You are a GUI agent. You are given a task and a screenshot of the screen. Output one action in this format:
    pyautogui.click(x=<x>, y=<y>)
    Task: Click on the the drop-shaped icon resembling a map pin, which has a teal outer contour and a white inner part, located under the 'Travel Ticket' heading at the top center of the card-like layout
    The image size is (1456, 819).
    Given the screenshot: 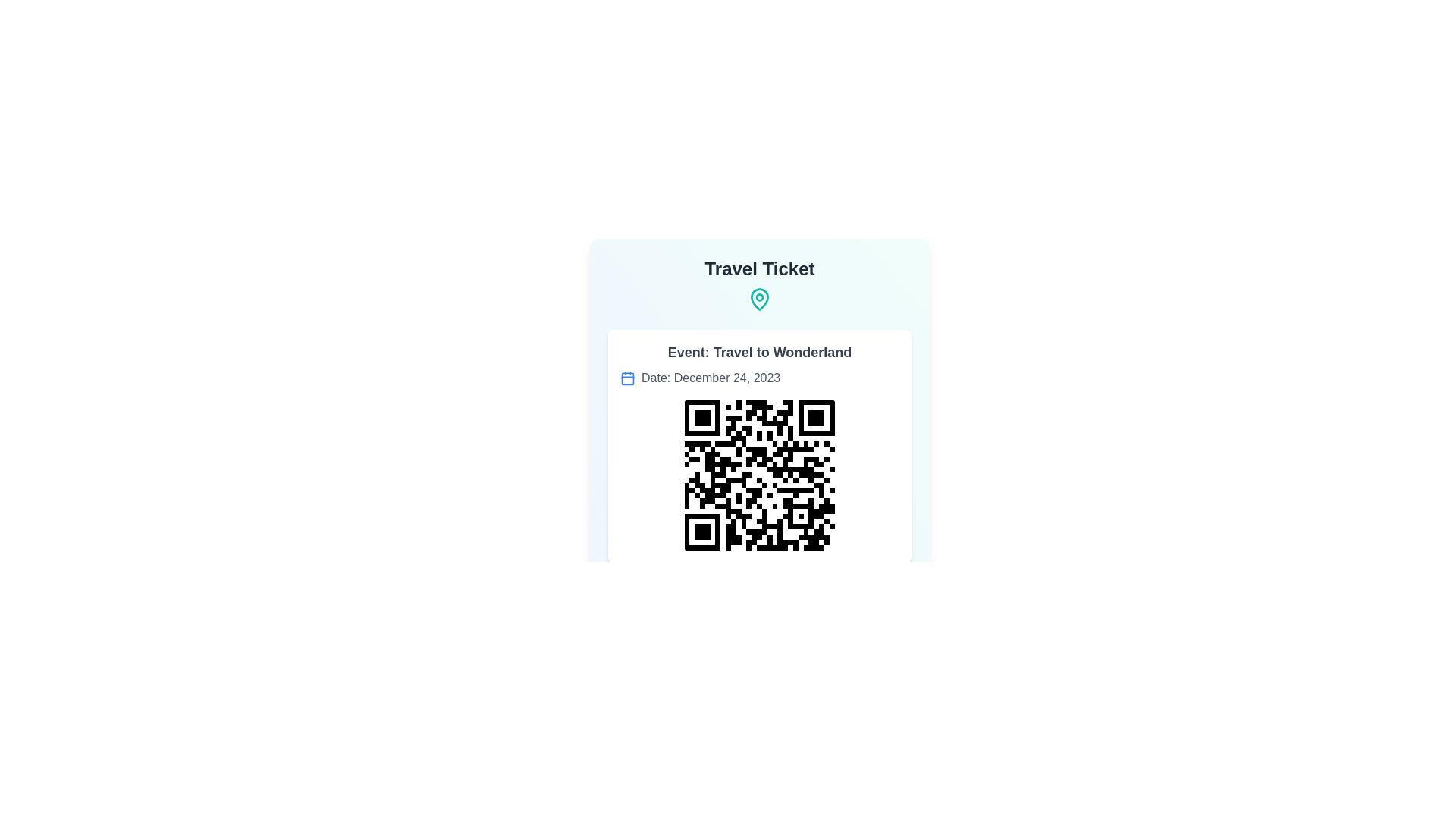 What is the action you would take?
    pyautogui.click(x=760, y=298)
    